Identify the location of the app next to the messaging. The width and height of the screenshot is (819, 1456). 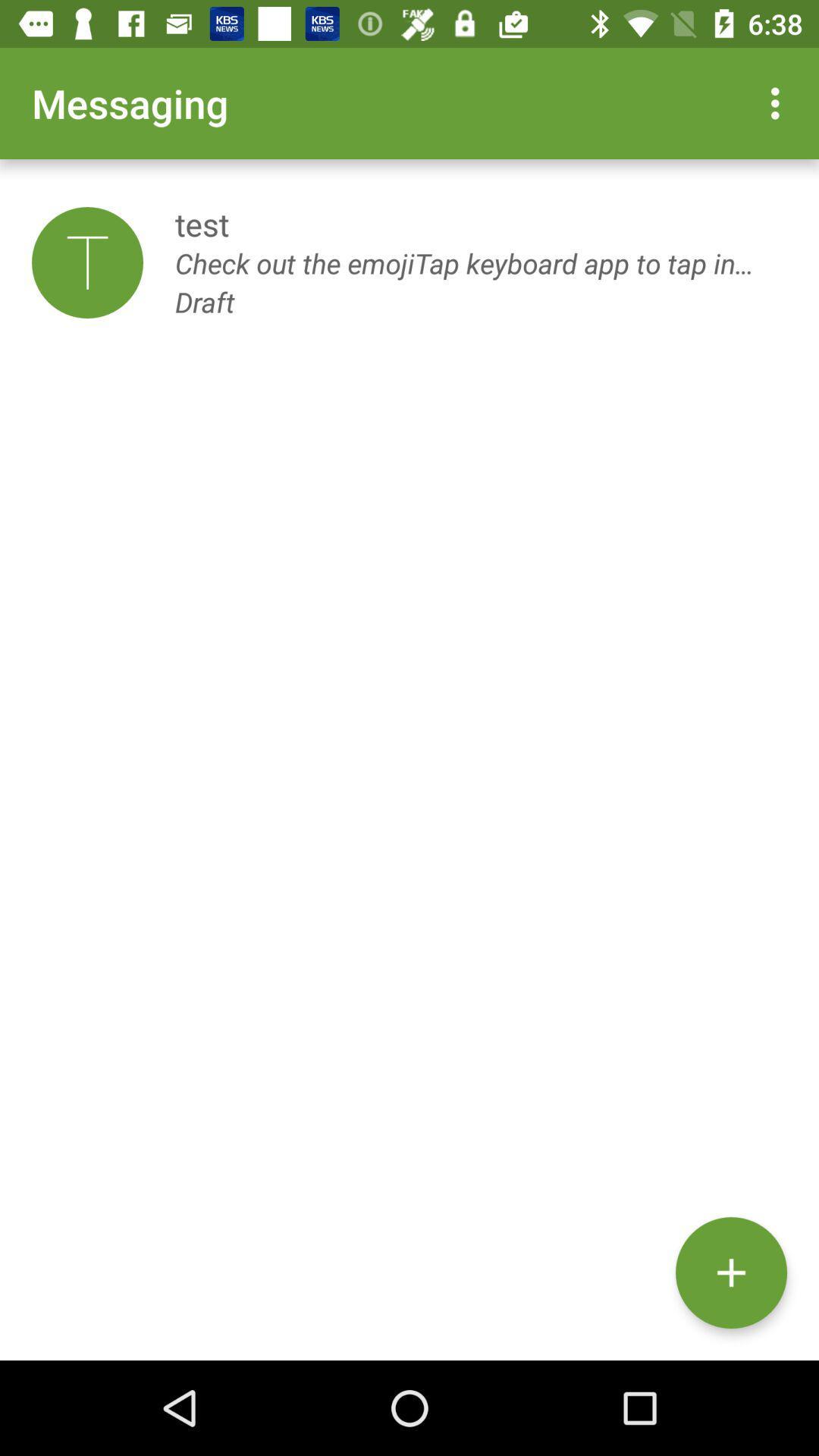
(779, 102).